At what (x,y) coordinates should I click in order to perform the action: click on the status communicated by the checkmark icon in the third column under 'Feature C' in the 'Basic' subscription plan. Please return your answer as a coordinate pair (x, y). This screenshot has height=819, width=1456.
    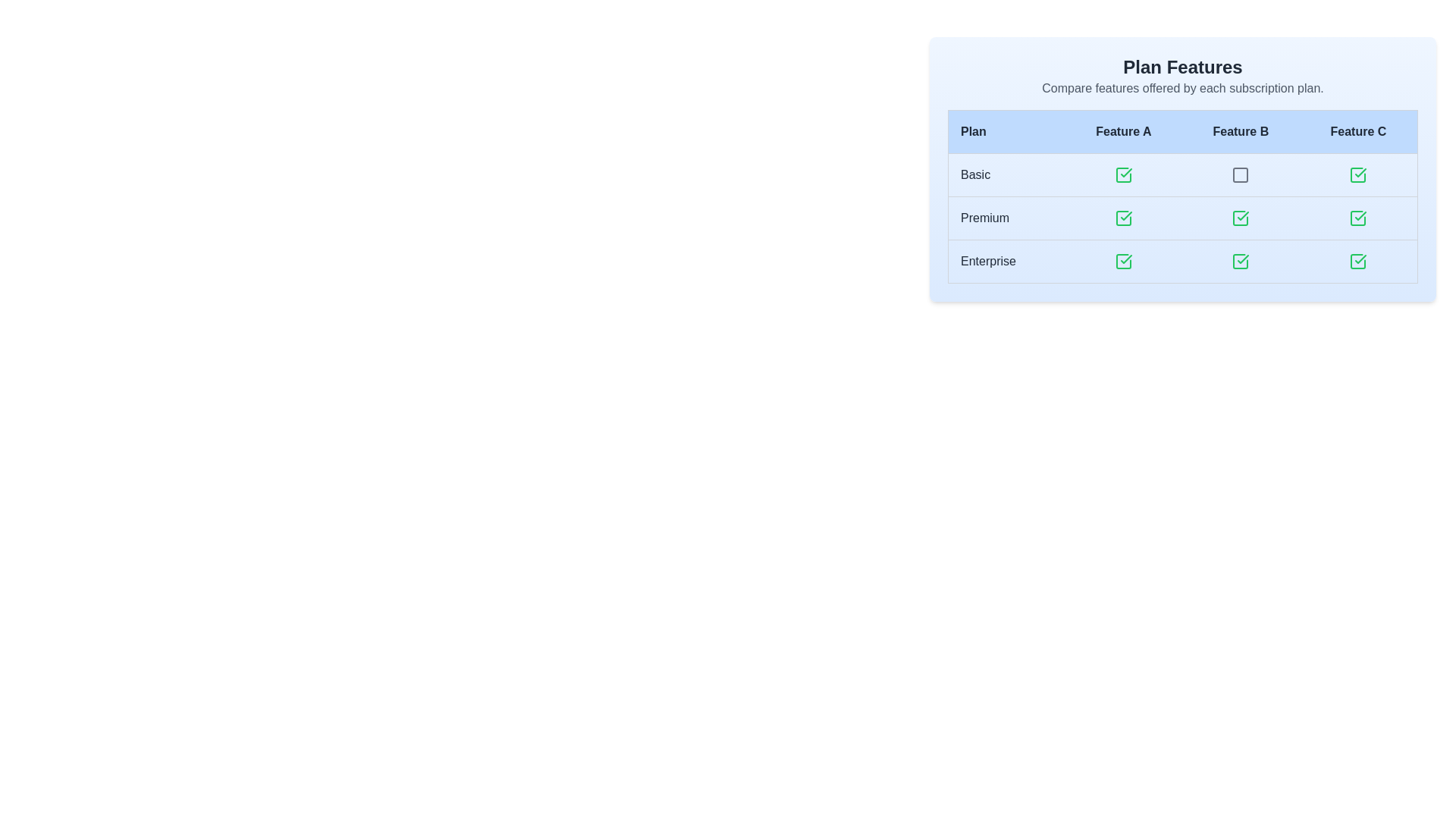
    Looking at the image, I should click on (1358, 174).